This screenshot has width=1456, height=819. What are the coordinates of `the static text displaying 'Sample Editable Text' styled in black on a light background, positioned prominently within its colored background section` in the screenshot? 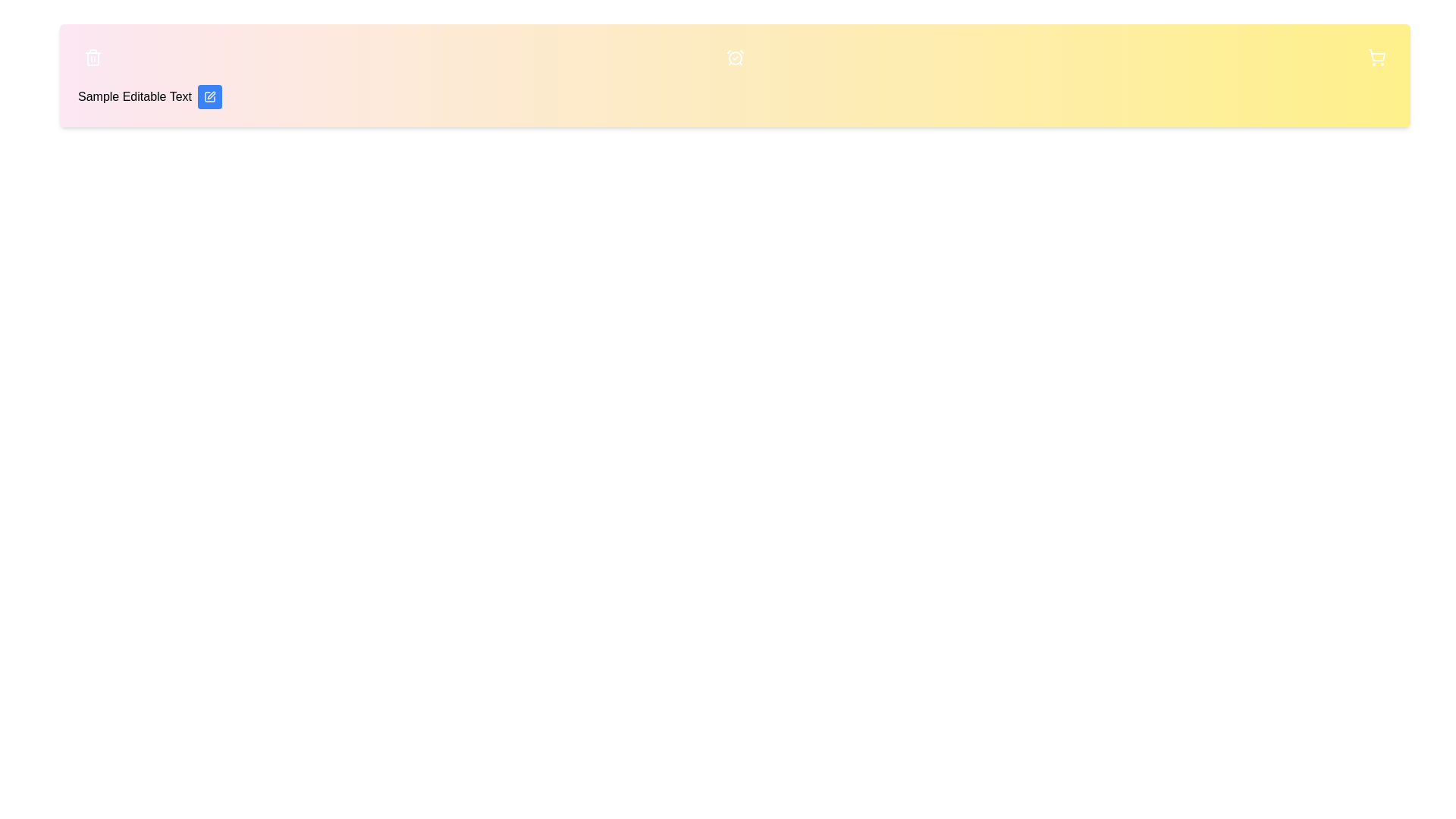 It's located at (134, 96).